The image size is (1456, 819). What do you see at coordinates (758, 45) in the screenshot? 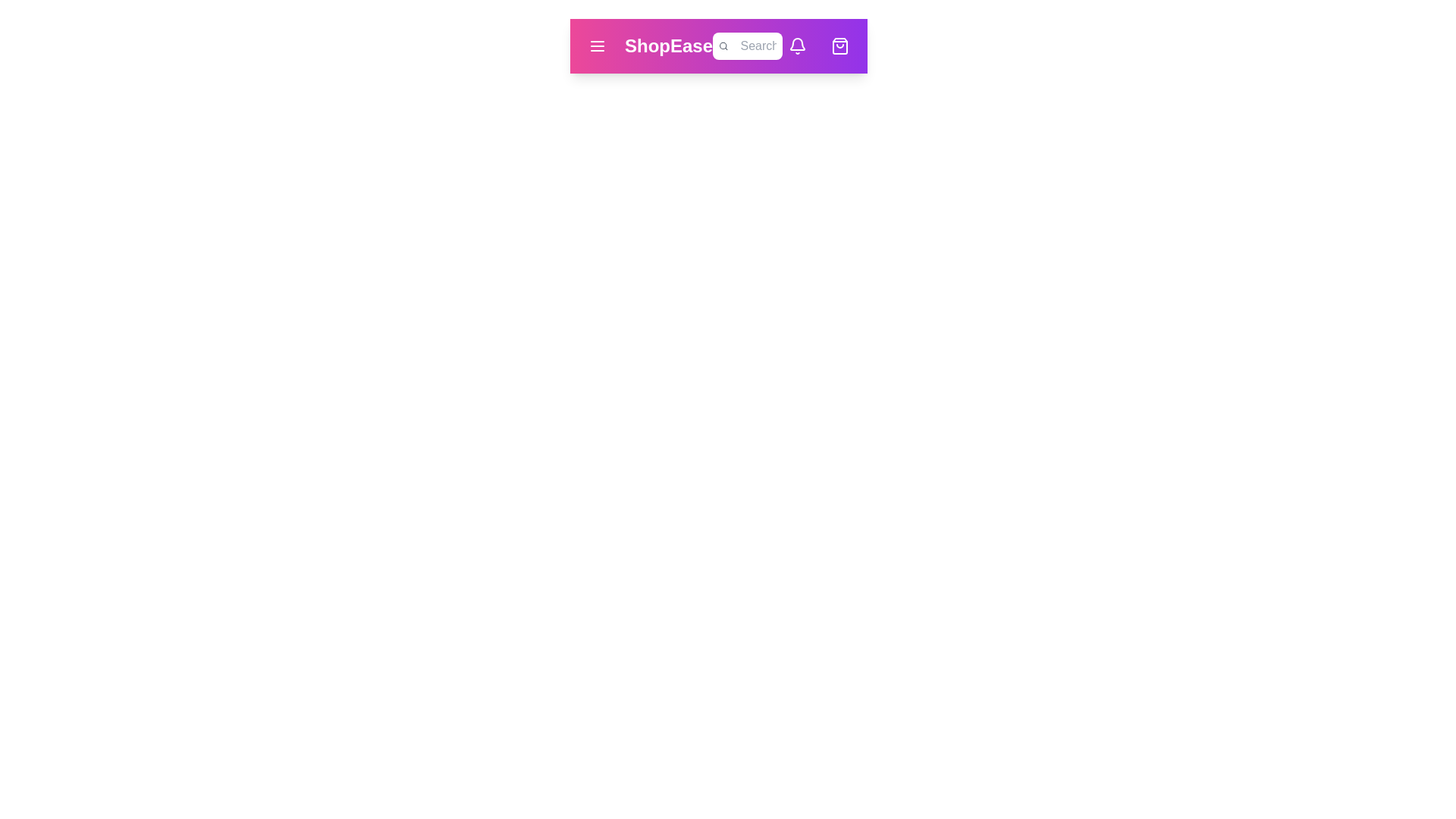
I see `the search bar and type the desired query` at bounding box center [758, 45].